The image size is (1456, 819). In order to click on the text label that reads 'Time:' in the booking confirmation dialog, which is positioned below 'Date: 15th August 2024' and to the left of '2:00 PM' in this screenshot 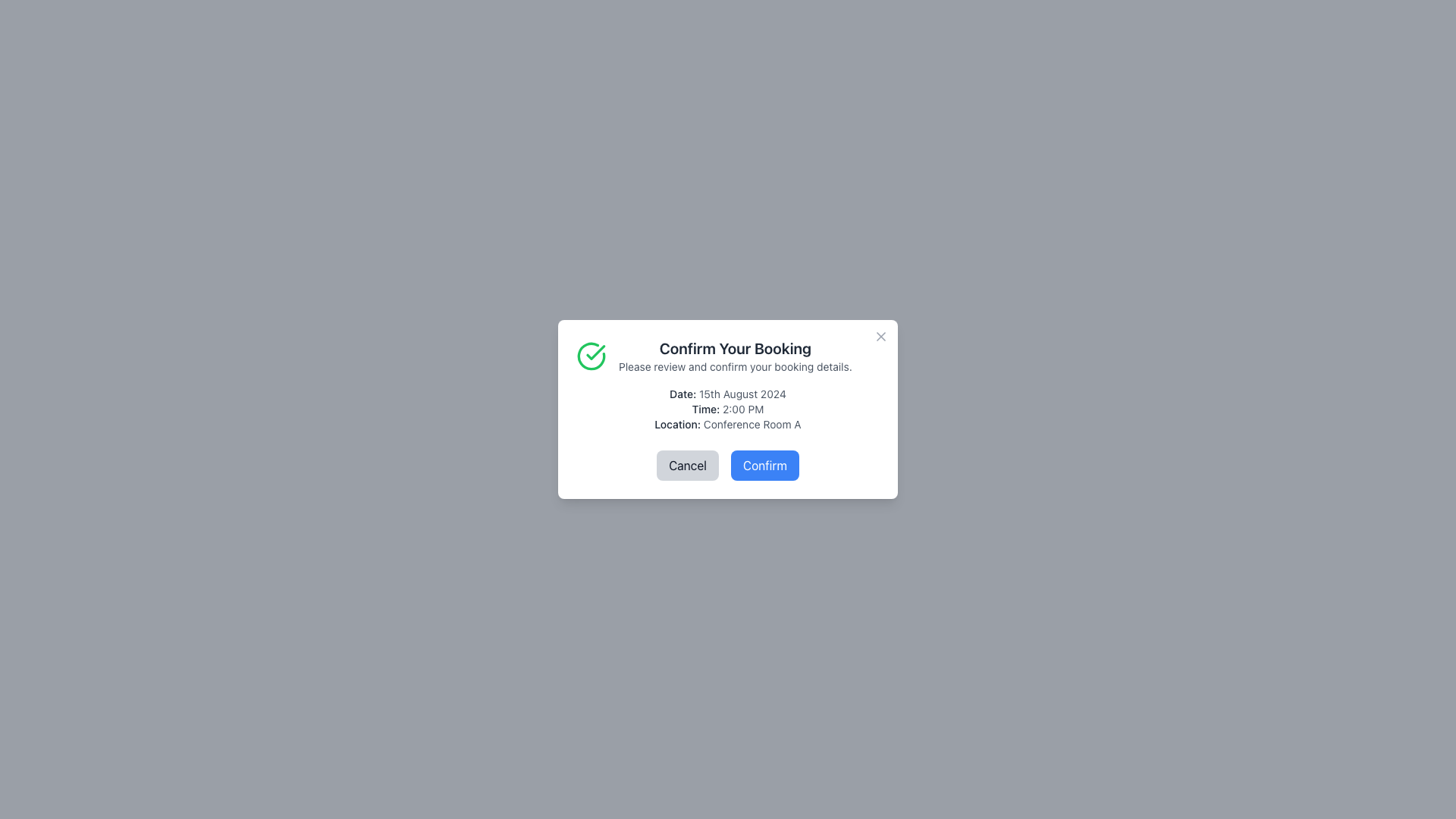, I will do `click(705, 408)`.